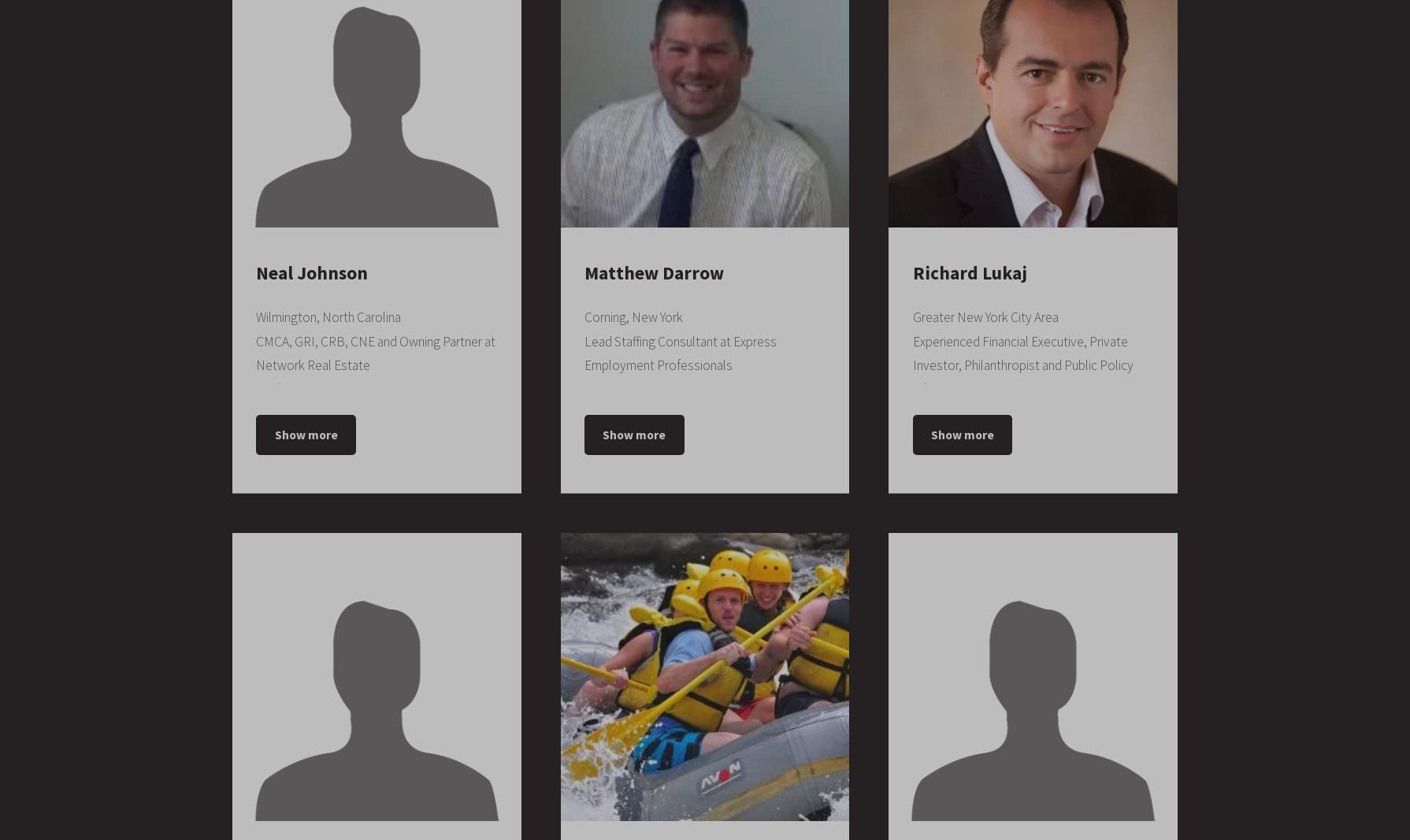 The height and width of the screenshot is (840, 1410). Describe the element at coordinates (328, 316) in the screenshot. I see `'Wilmington, North Carolina'` at that location.